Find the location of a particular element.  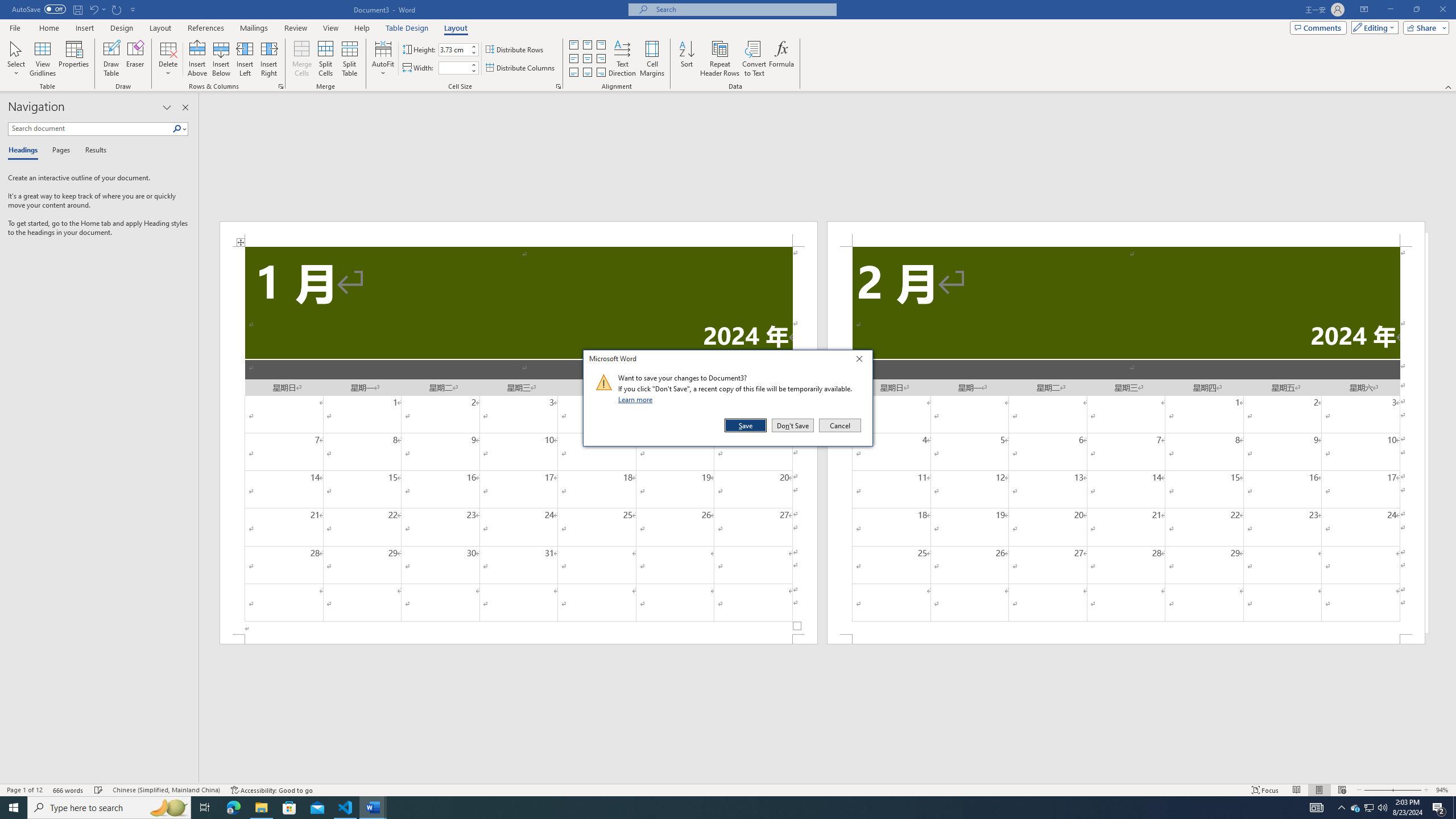

'Show desktop' is located at coordinates (1454, 806).